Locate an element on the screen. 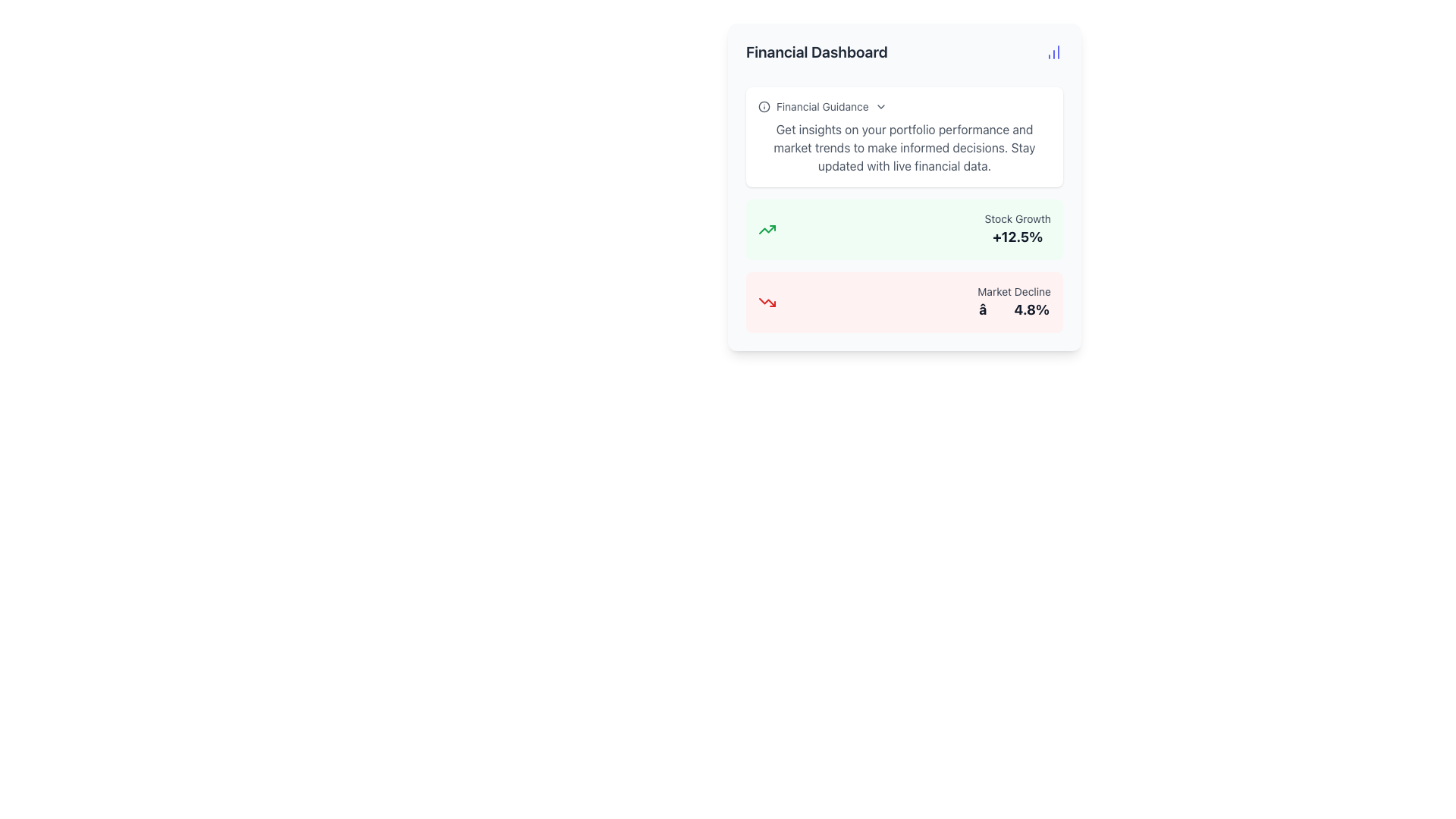 This screenshot has width=1456, height=819. the red arrow icon indicating a negative trend located in the 'Market Decline' area, positioned to the left of the percentage value is located at coordinates (767, 302).